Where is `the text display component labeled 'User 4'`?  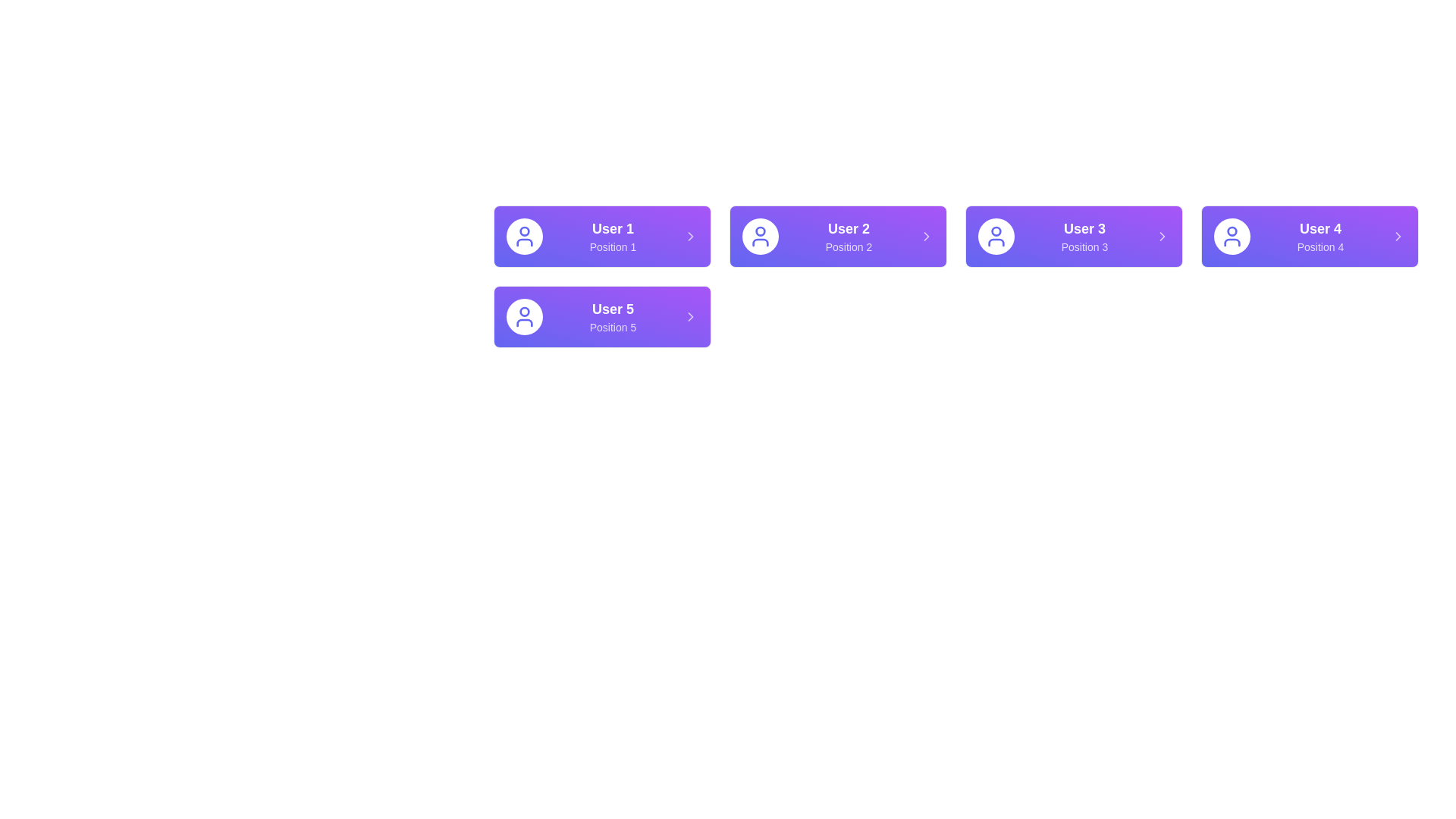
the text display component labeled 'User 4' is located at coordinates (1319, 237).